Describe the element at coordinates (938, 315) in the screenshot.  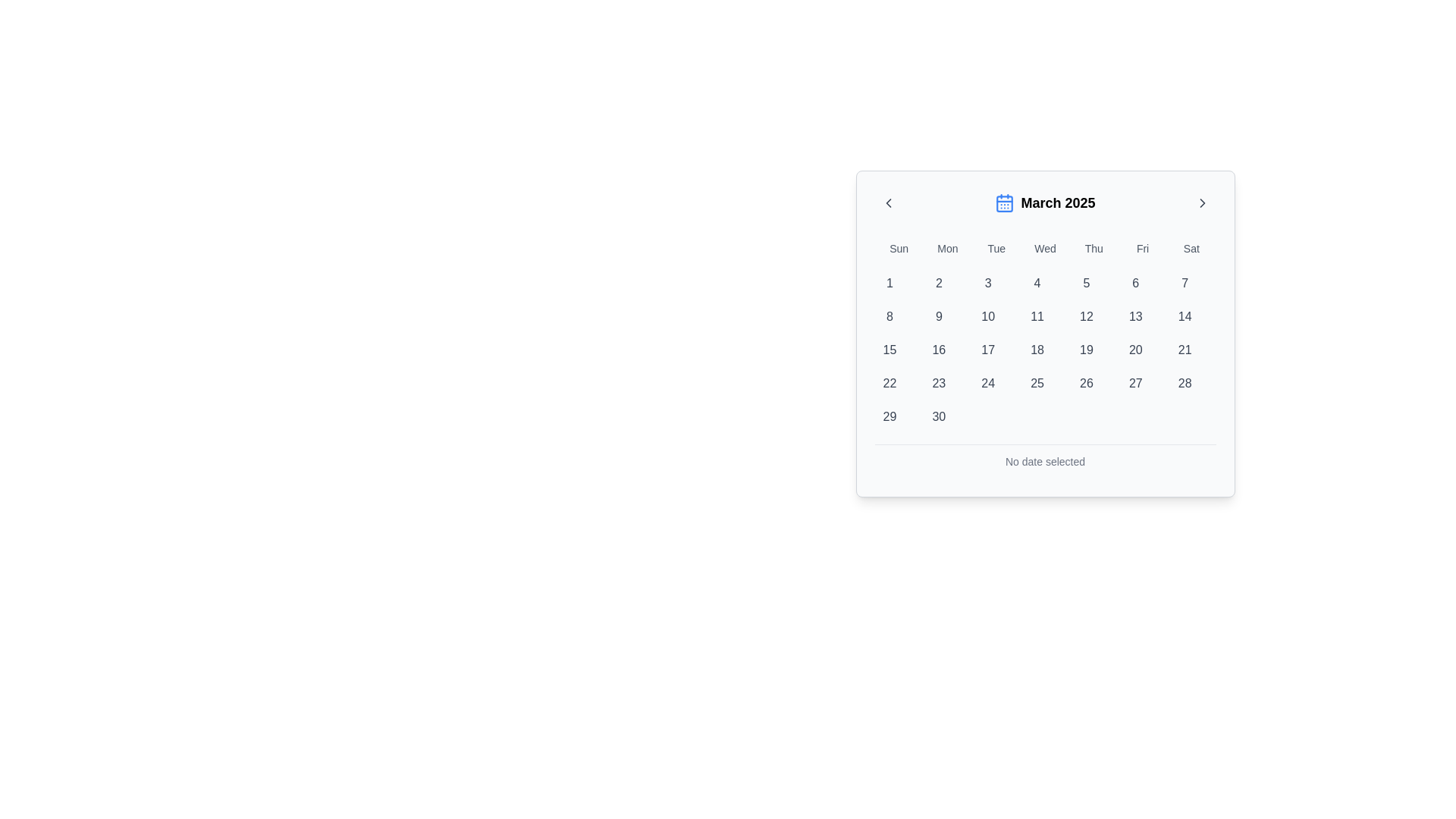
I see `the selectable date button located in the second row and second column of the calendar component` at that location.